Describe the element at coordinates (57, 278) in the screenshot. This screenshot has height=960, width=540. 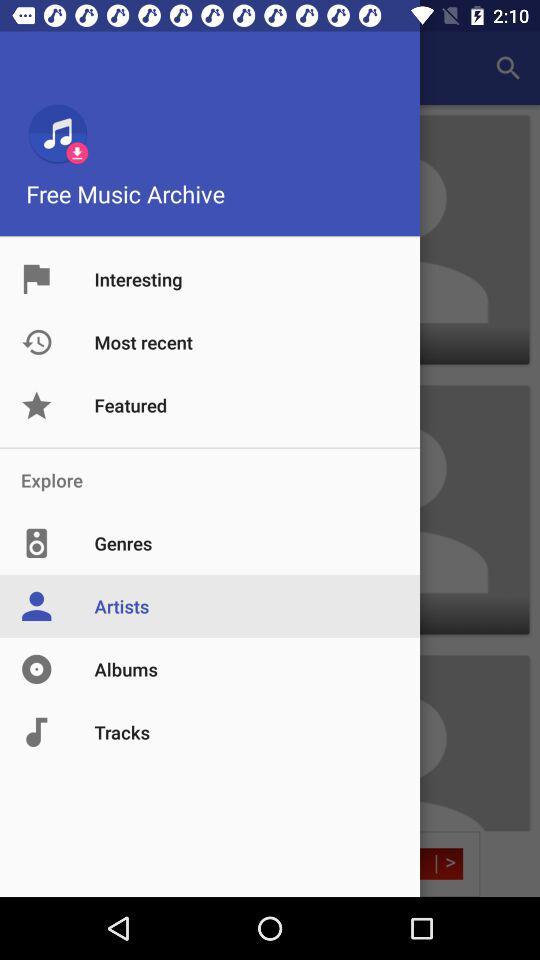
I see `the image option to the left of the text interesting` at that location.